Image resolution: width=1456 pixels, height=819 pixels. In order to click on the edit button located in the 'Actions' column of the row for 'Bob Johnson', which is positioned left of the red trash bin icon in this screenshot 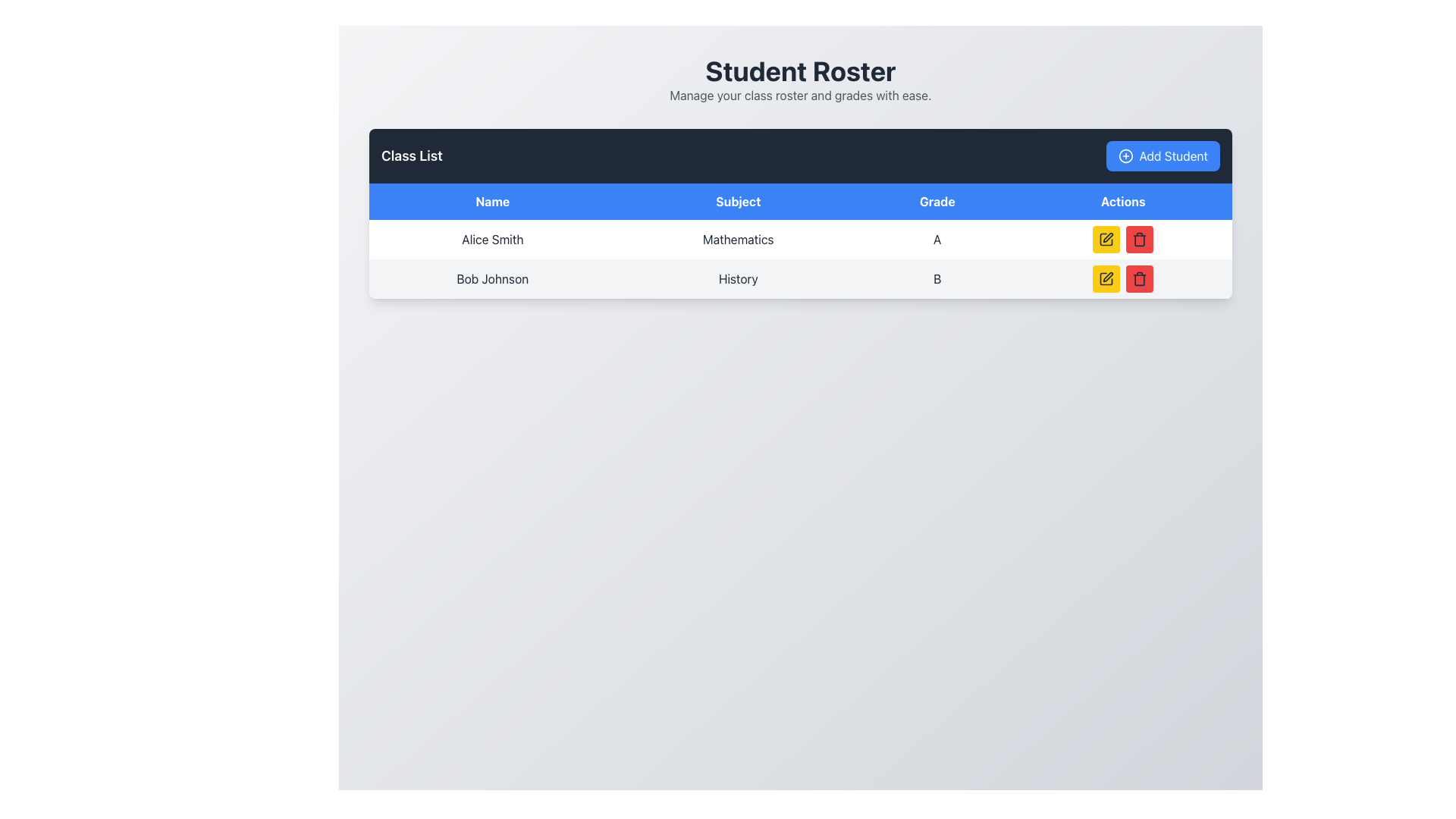, I will do `click(1106, 239)`.